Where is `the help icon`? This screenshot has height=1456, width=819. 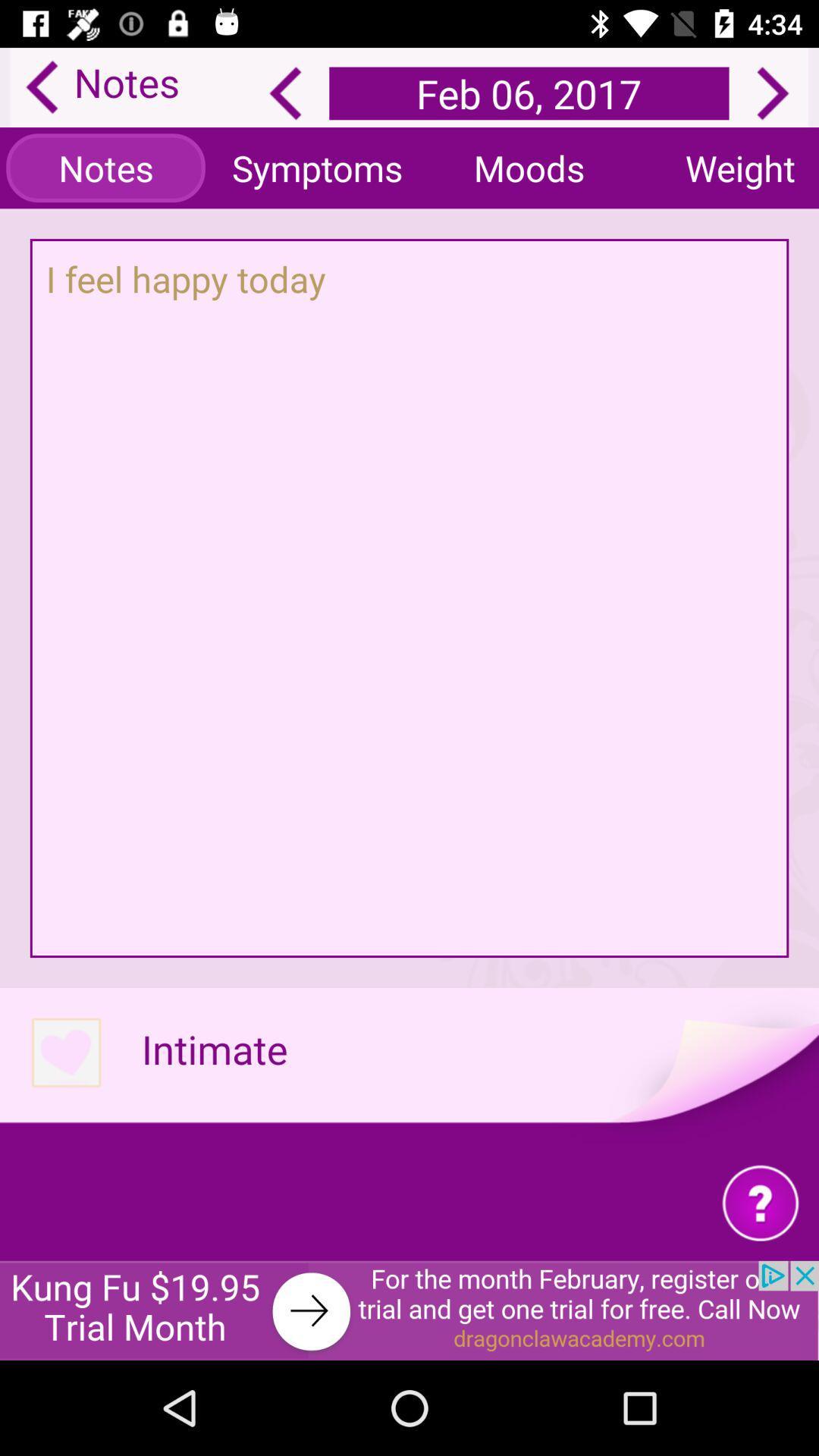 the help icon is located at coordinates (761, 1201).